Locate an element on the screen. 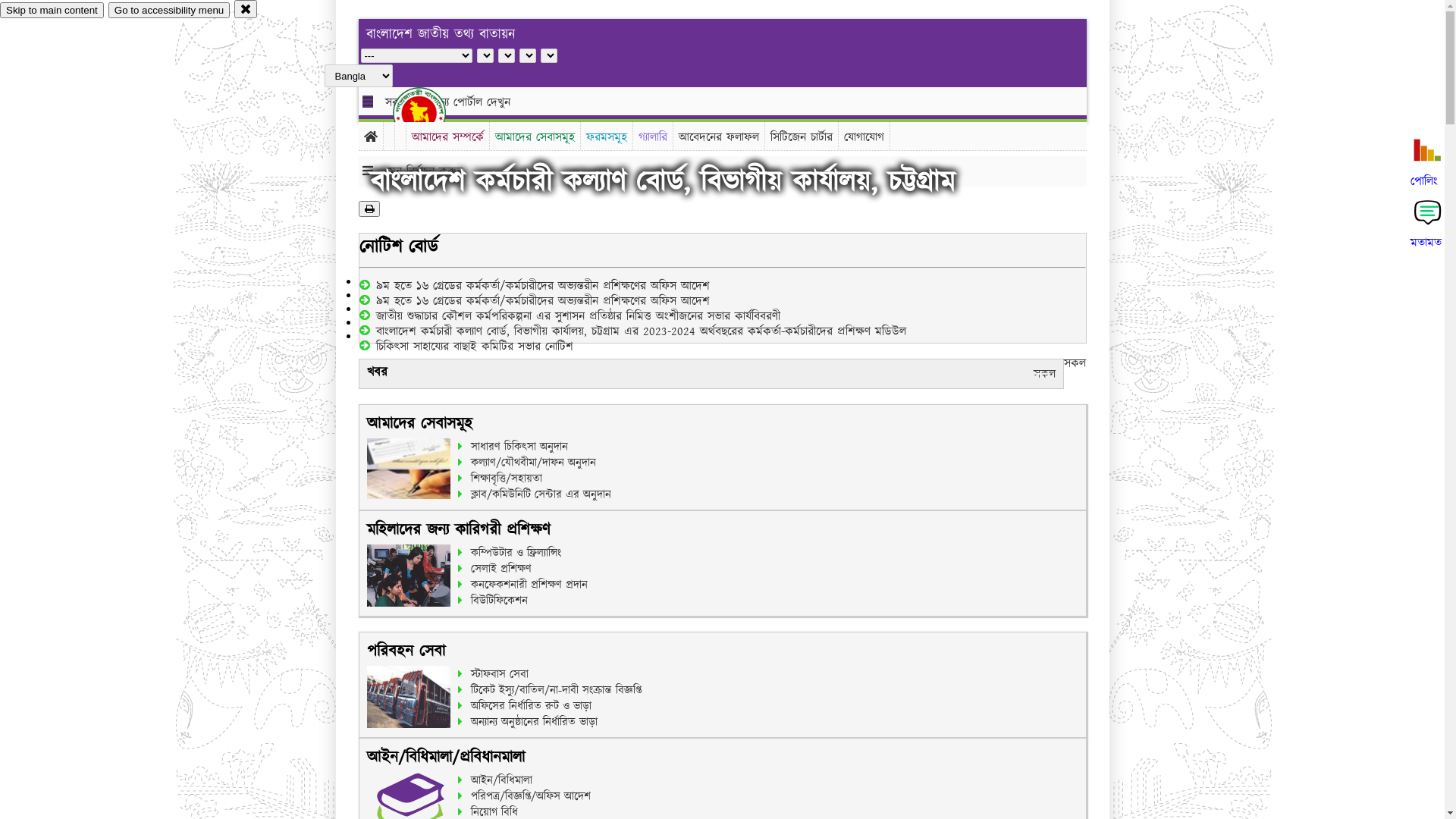 The width and height of the screenshot is (1456, 819). ' is located at coordinates (393, 112).